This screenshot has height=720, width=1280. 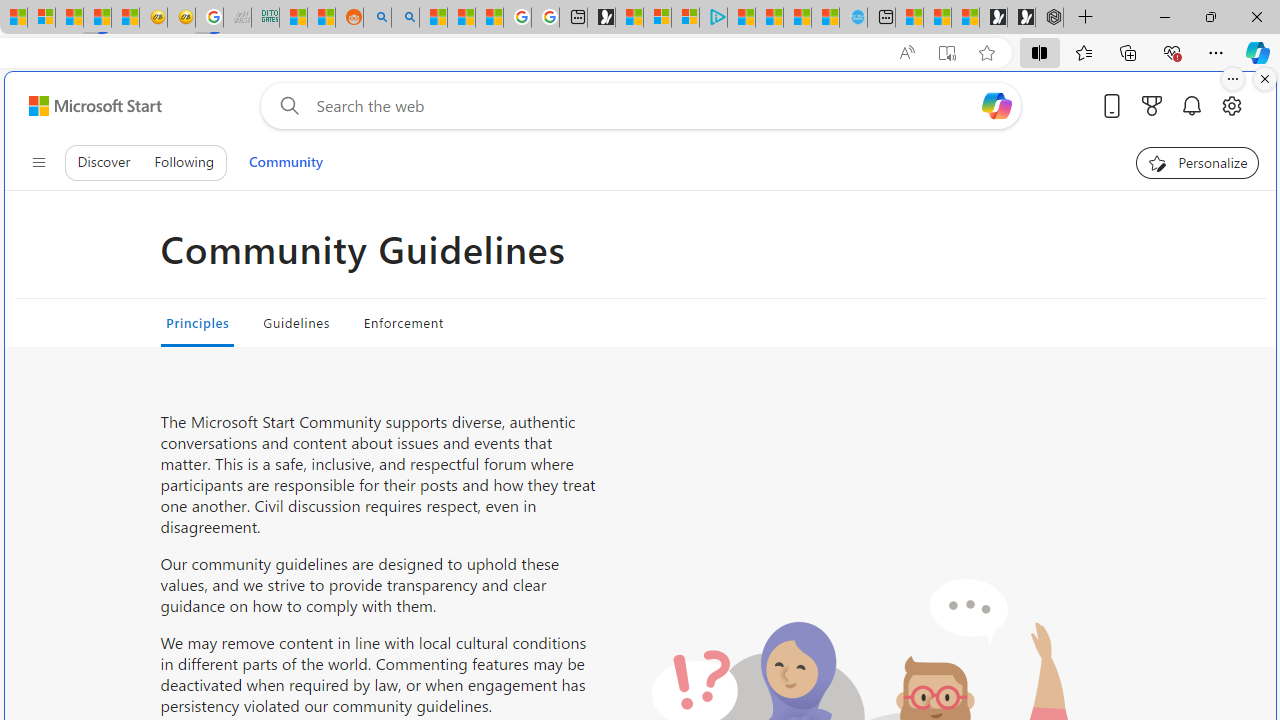 What do you see at coordinates (945, 52) in the screenshot?
I see `'Enter Immersive Reader (F9)'` at bounding box center [945, 52].